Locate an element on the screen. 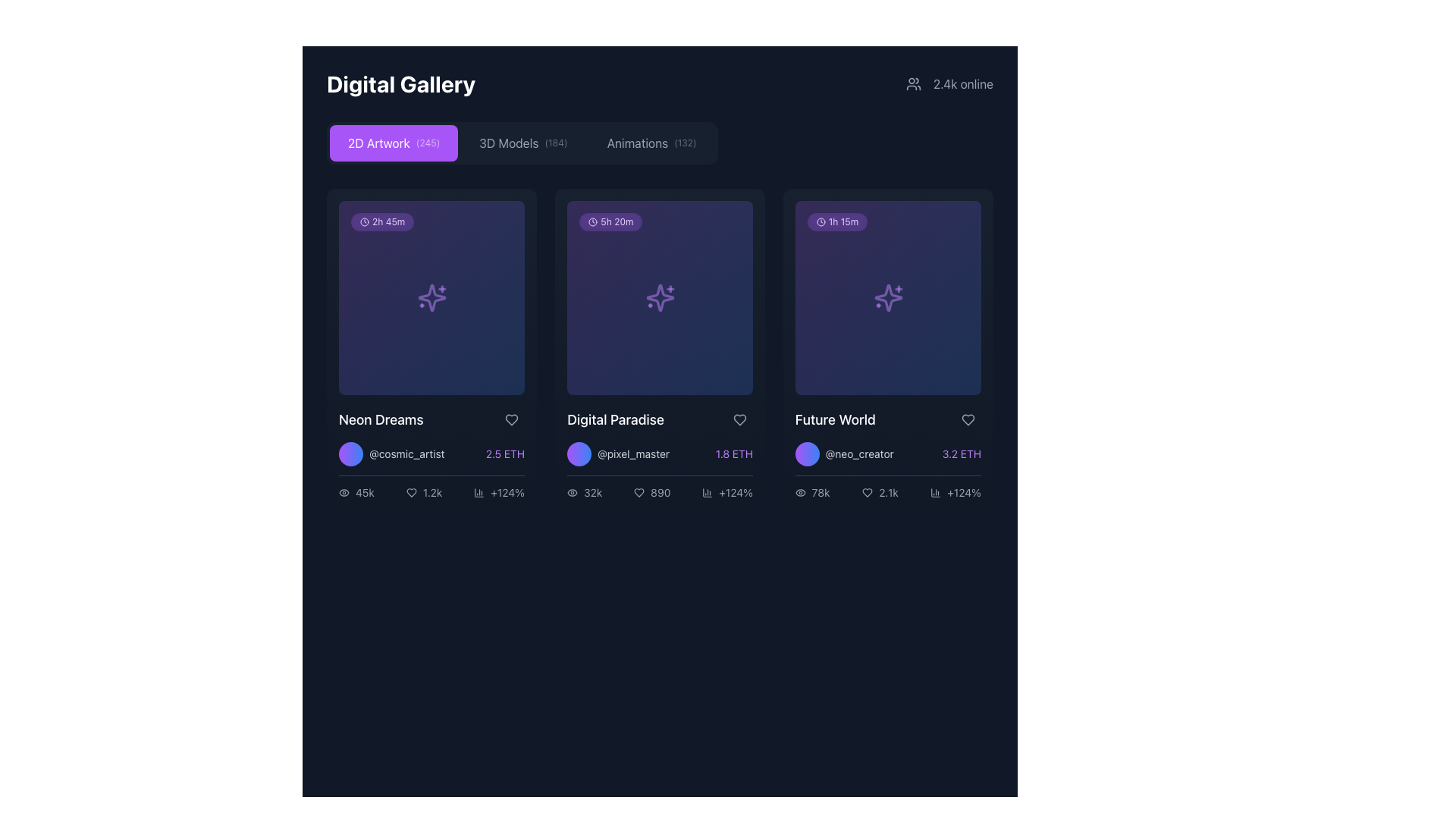 This screenshot has height=819, width=1456. the '3D Models' button is located at coordinates (523, 143).